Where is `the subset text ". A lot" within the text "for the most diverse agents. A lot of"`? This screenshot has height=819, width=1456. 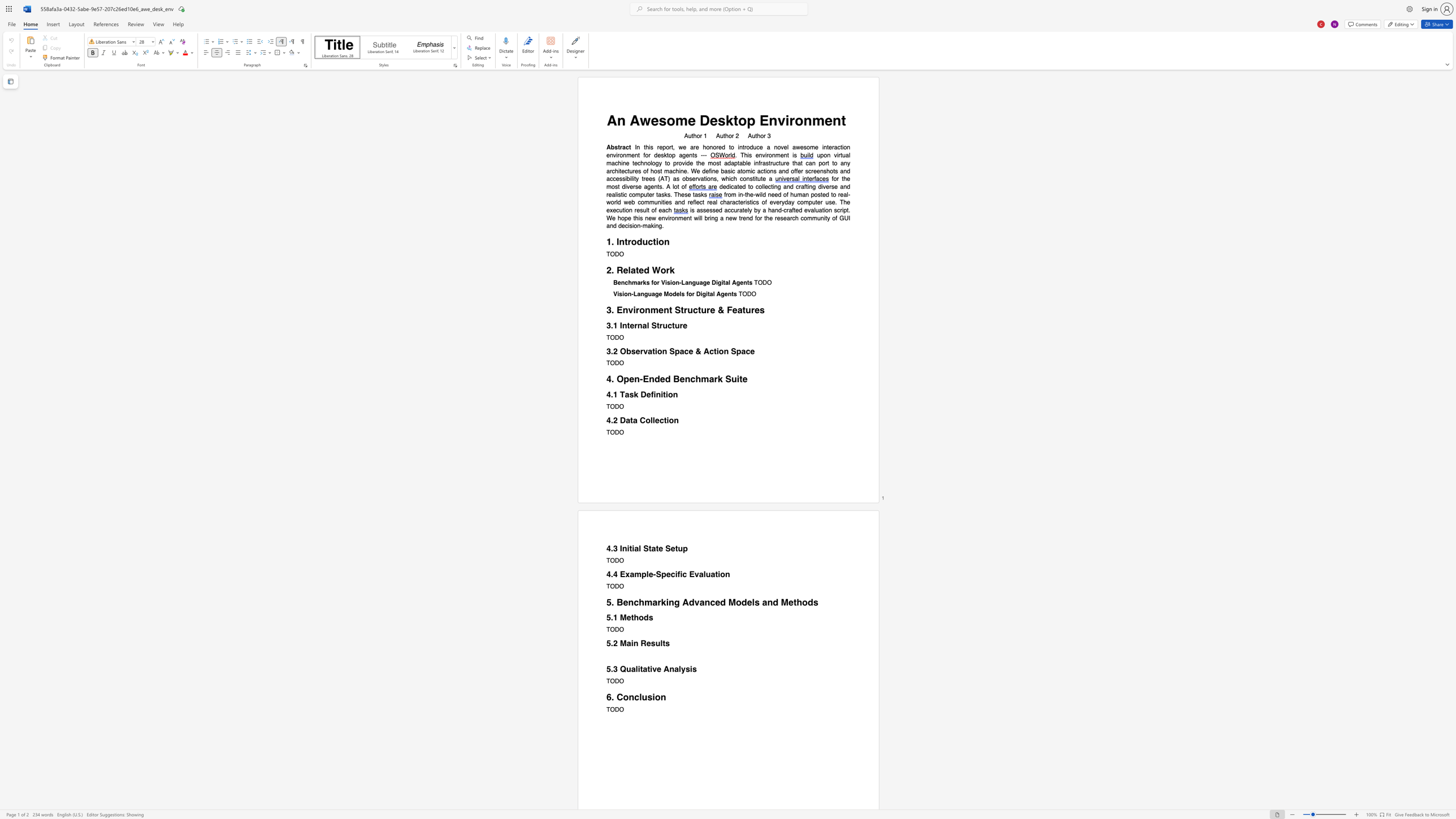
the subset text ". A lot" within the text "for the most diverse agents. A lot of" is located at coordinates (662, 186).